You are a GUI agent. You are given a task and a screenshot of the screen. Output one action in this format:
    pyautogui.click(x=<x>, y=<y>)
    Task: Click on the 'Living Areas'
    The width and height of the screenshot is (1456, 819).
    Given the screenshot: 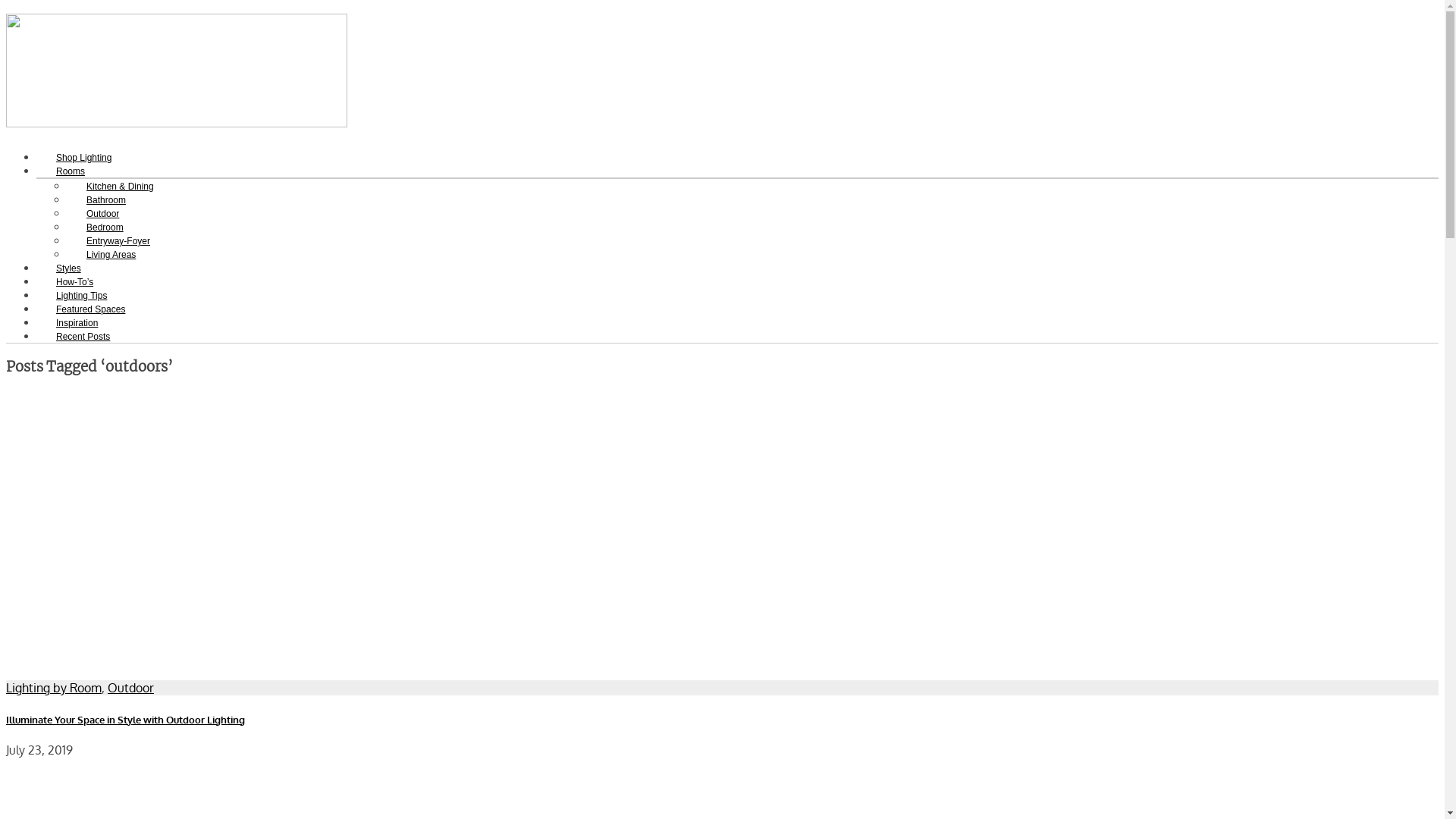 What is the action you would take?
    pyautogui.click(x=110, y=253)
    